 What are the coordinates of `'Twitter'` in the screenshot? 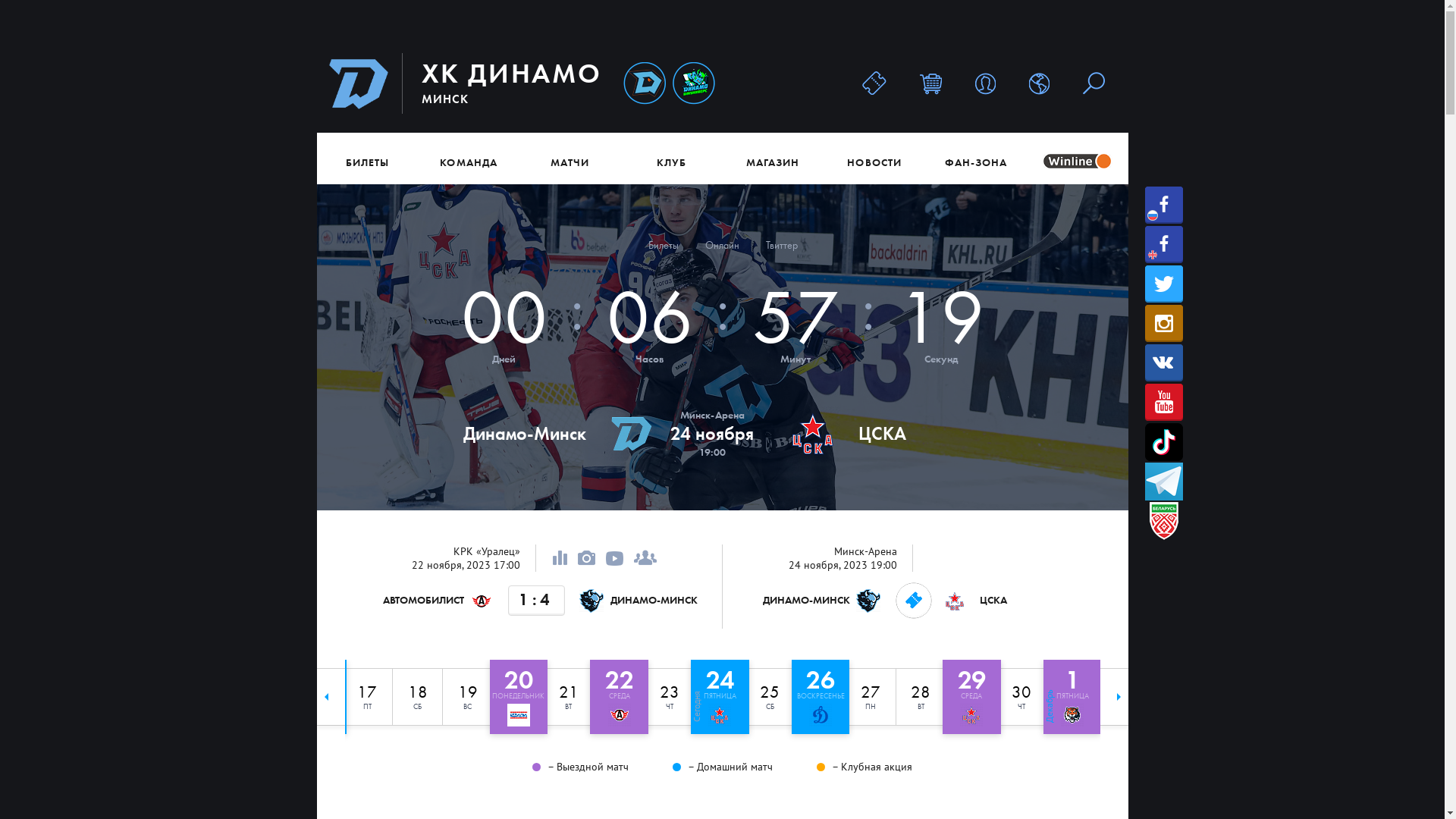 It's located at (1145, 284).